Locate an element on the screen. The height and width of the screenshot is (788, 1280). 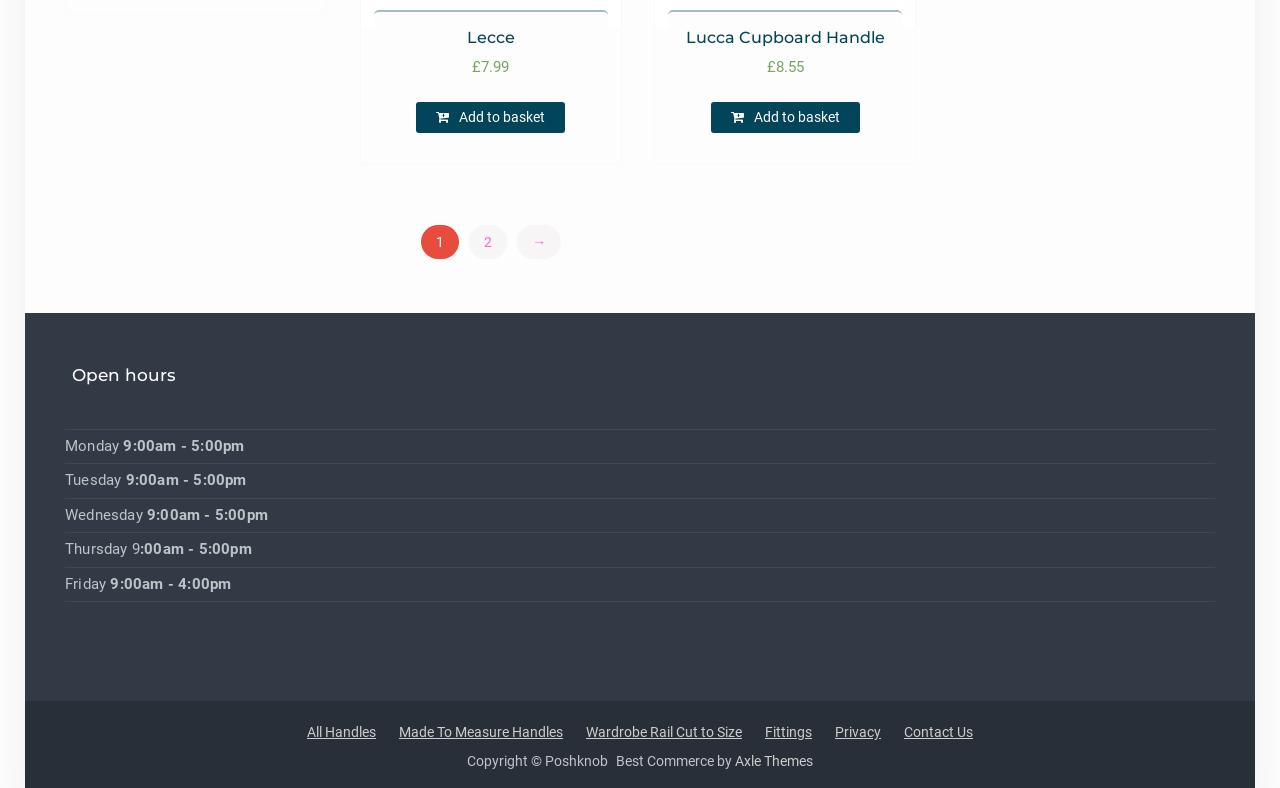
'7.99' is located at coordinates (494, 65).